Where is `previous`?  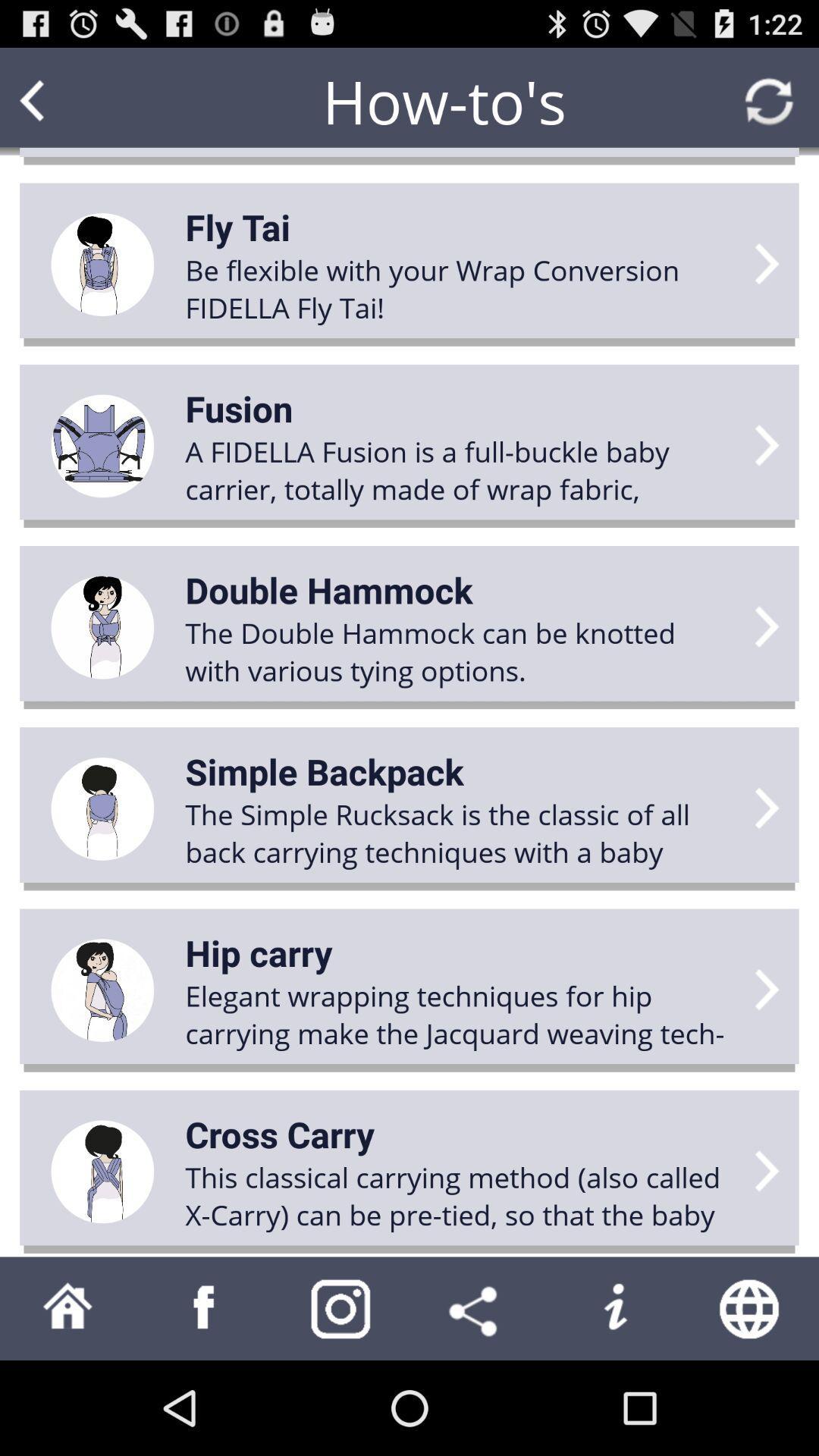
previous is located at coordinates (61, 100).